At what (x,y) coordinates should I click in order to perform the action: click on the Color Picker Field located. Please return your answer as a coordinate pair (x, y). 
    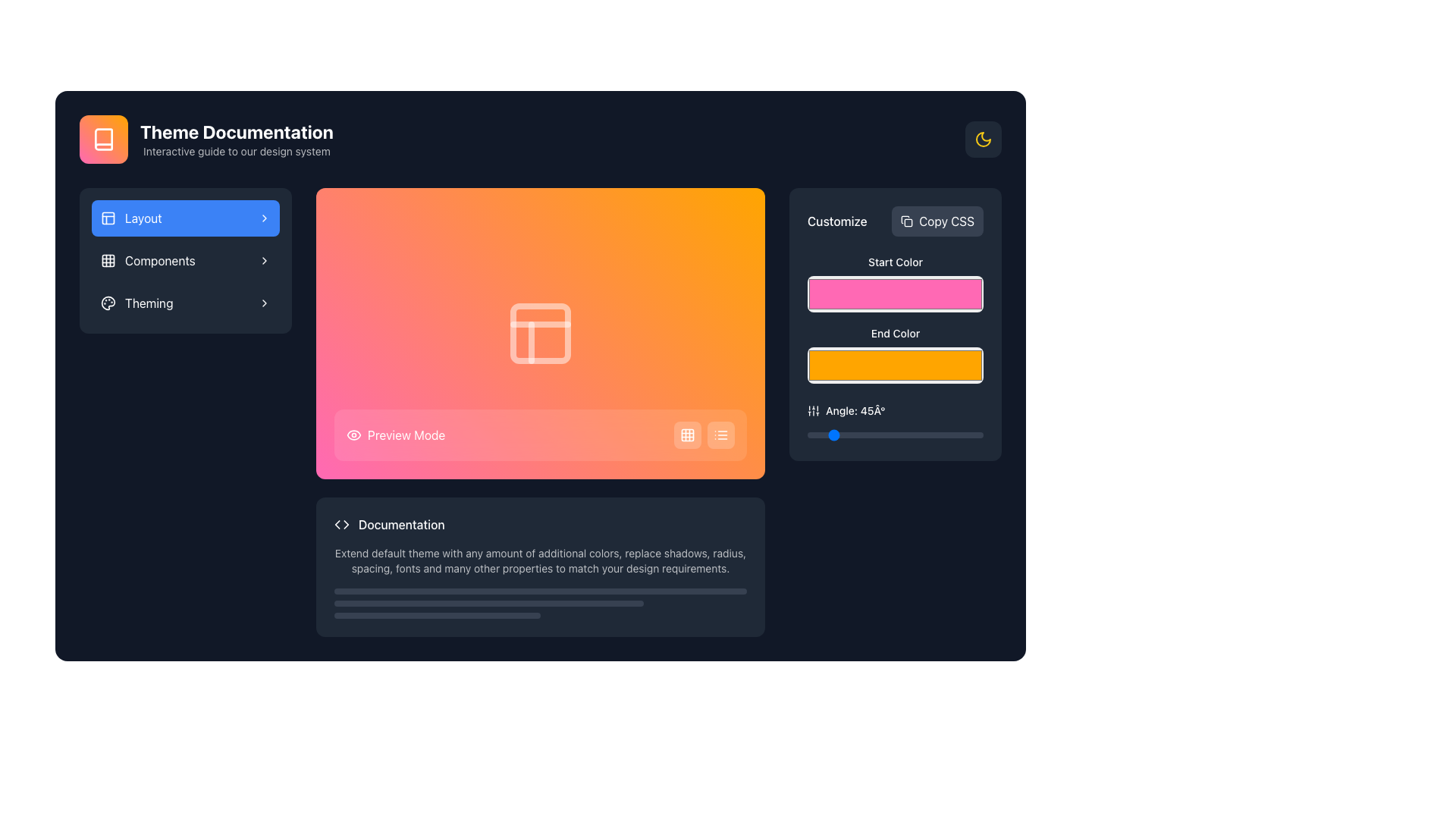
    Looking at the image, I should click on (895, 356).